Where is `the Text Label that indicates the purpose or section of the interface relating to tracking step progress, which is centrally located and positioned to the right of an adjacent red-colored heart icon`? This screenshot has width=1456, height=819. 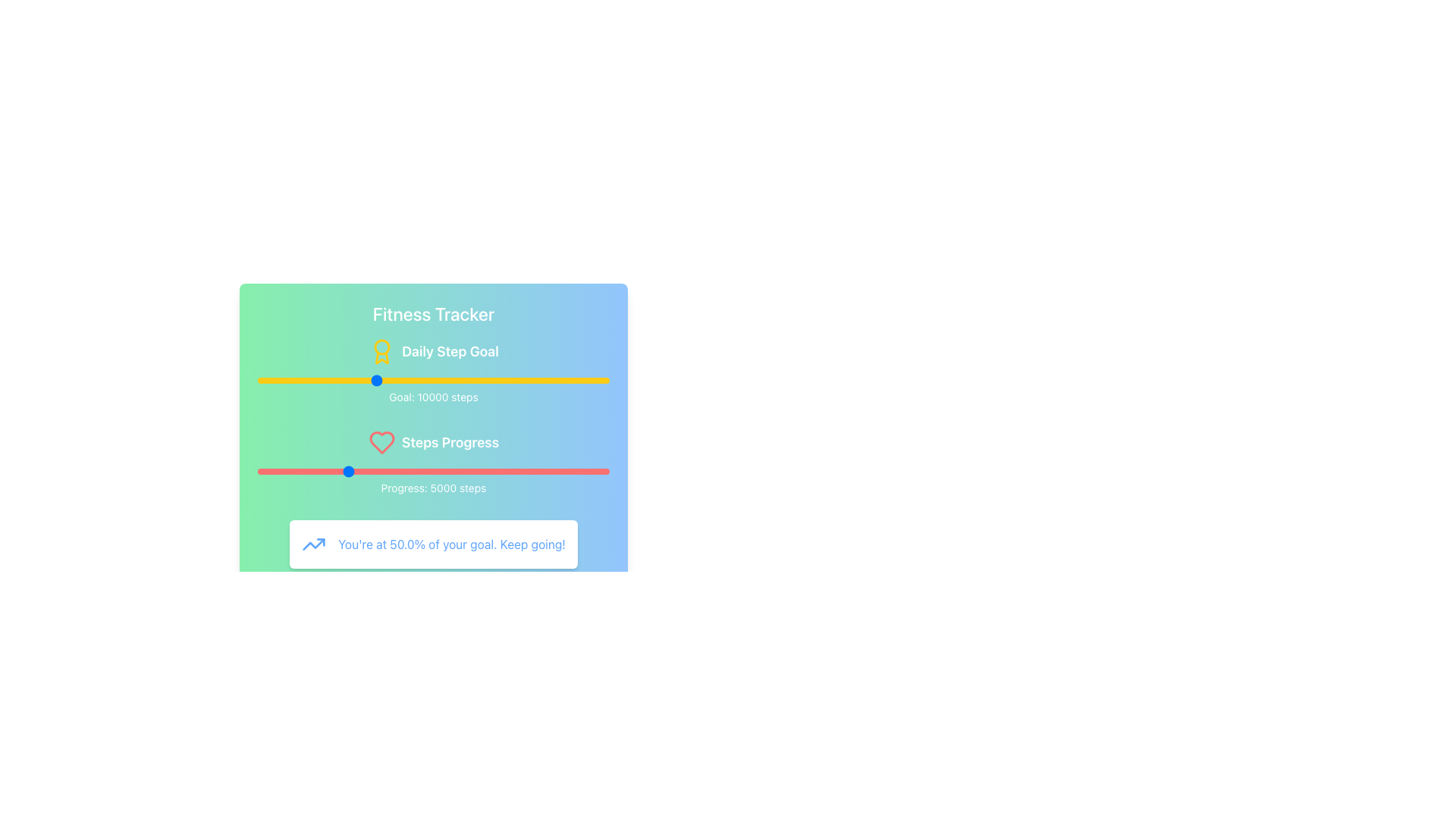
the Text Label that indicates the purpose or section of the interface relating to tracking step progress, which is centrally located and positioned to the right of an adjacent red-colored heart icon is located at coordinates (450, 442).